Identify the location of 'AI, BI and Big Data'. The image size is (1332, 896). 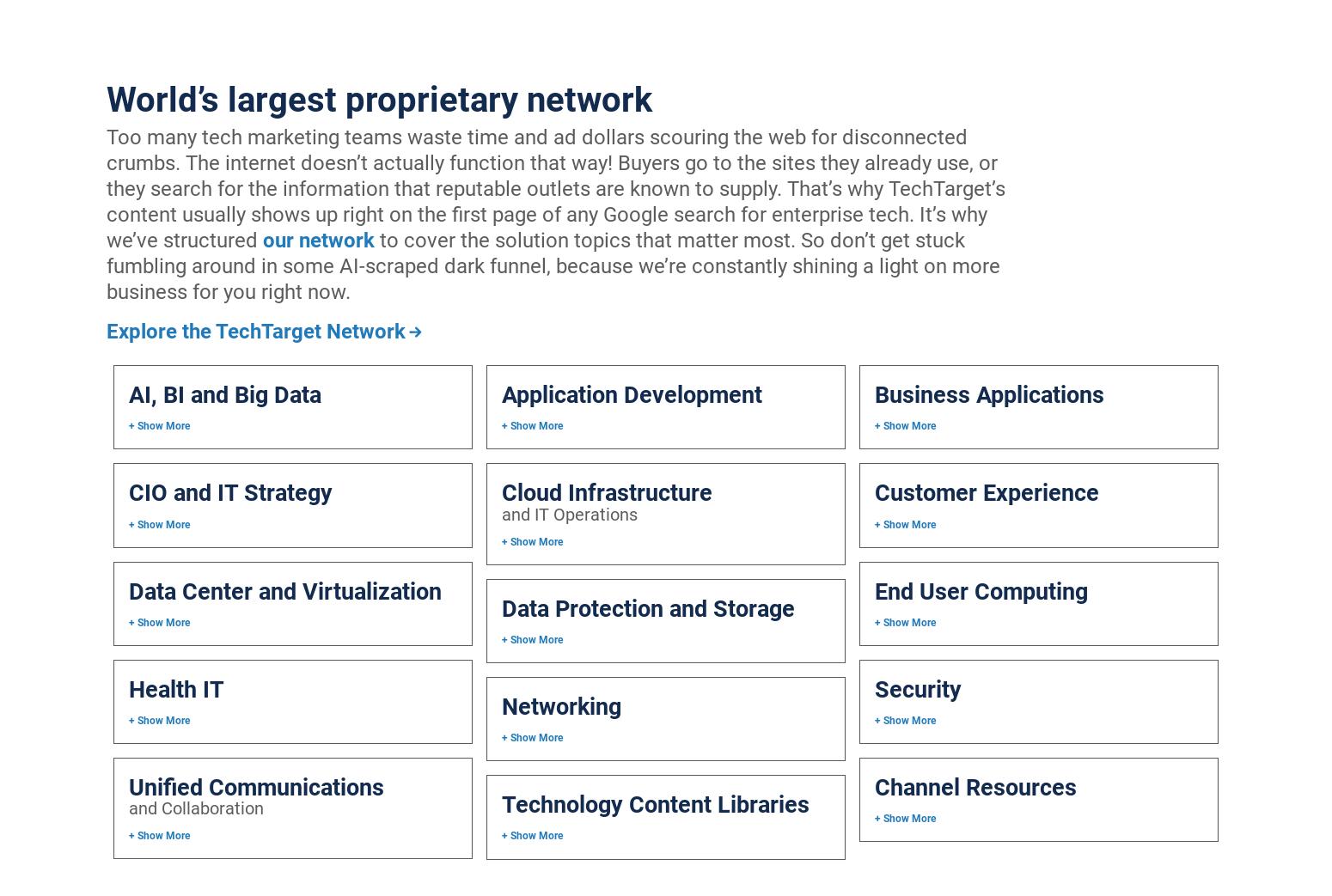
(224, 393).